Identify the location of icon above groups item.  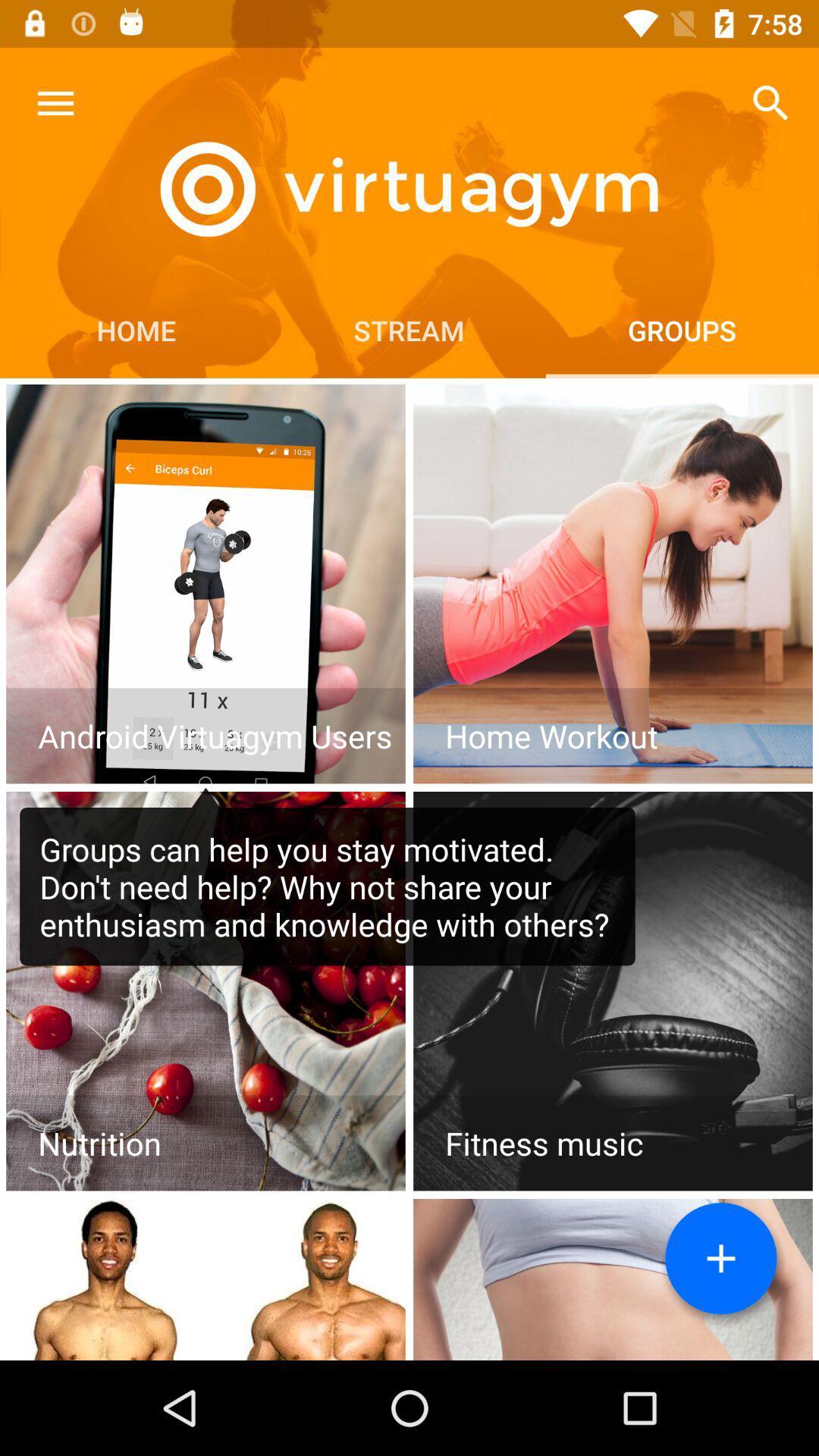
(771, 102).